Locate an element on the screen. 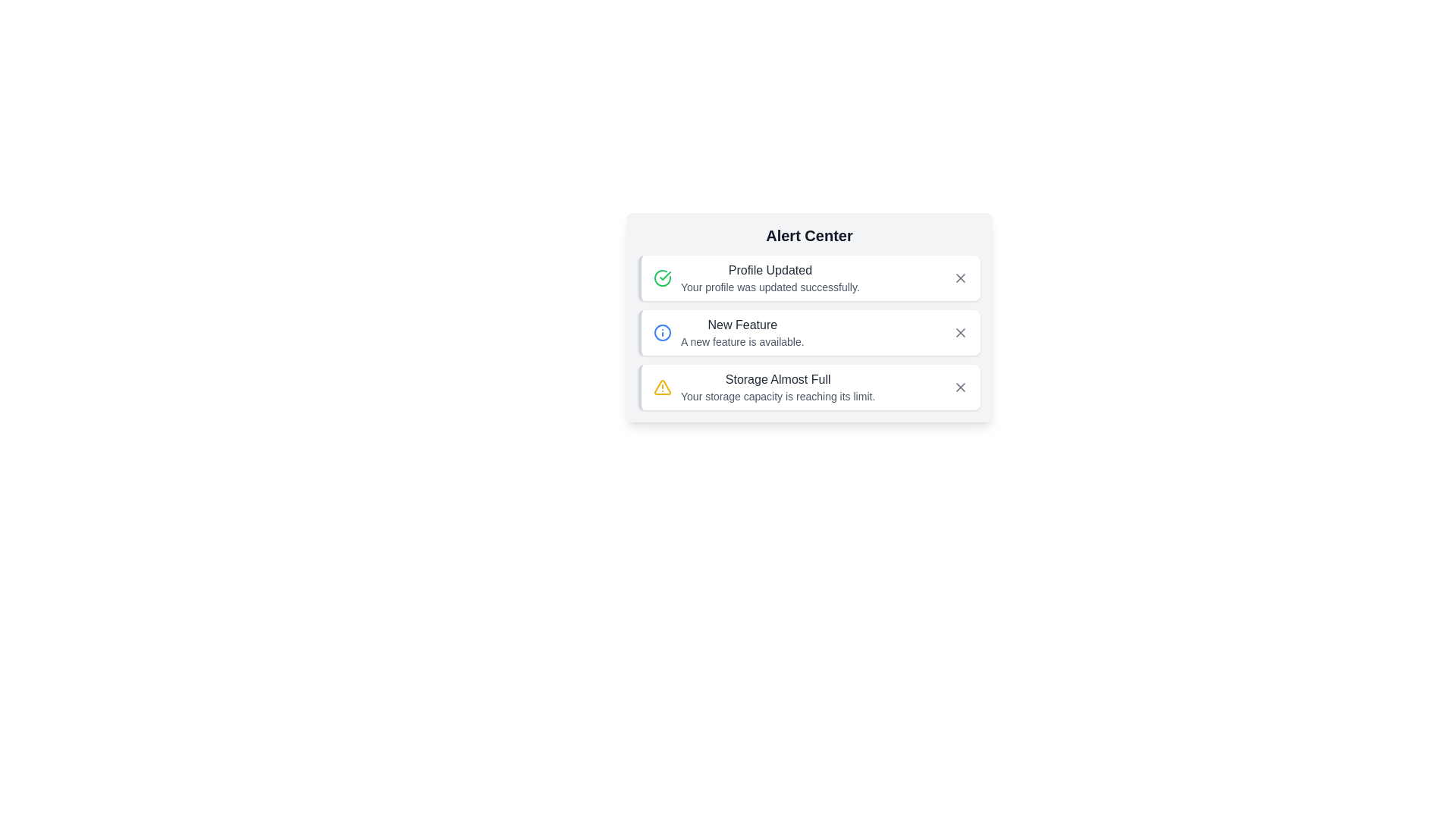 The width and height of the screenshot is (1456, 819). the circular icon with a green outline and checkmark located to the left of the 'Profile Updated' alert to identify the type of alert is located at coordinates (662, 278).